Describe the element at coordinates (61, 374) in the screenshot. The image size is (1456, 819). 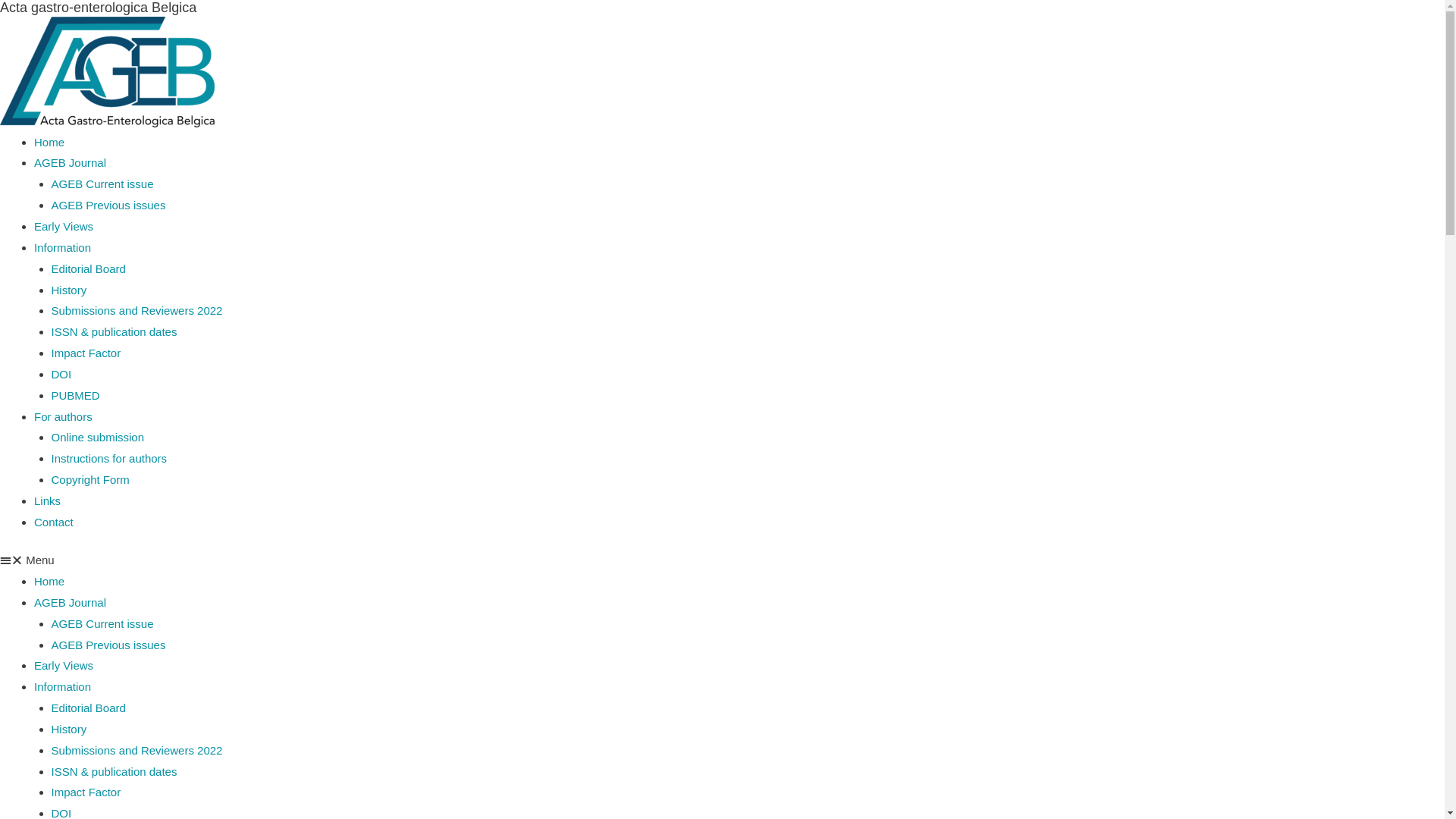
I see `'DOI'` at that location.